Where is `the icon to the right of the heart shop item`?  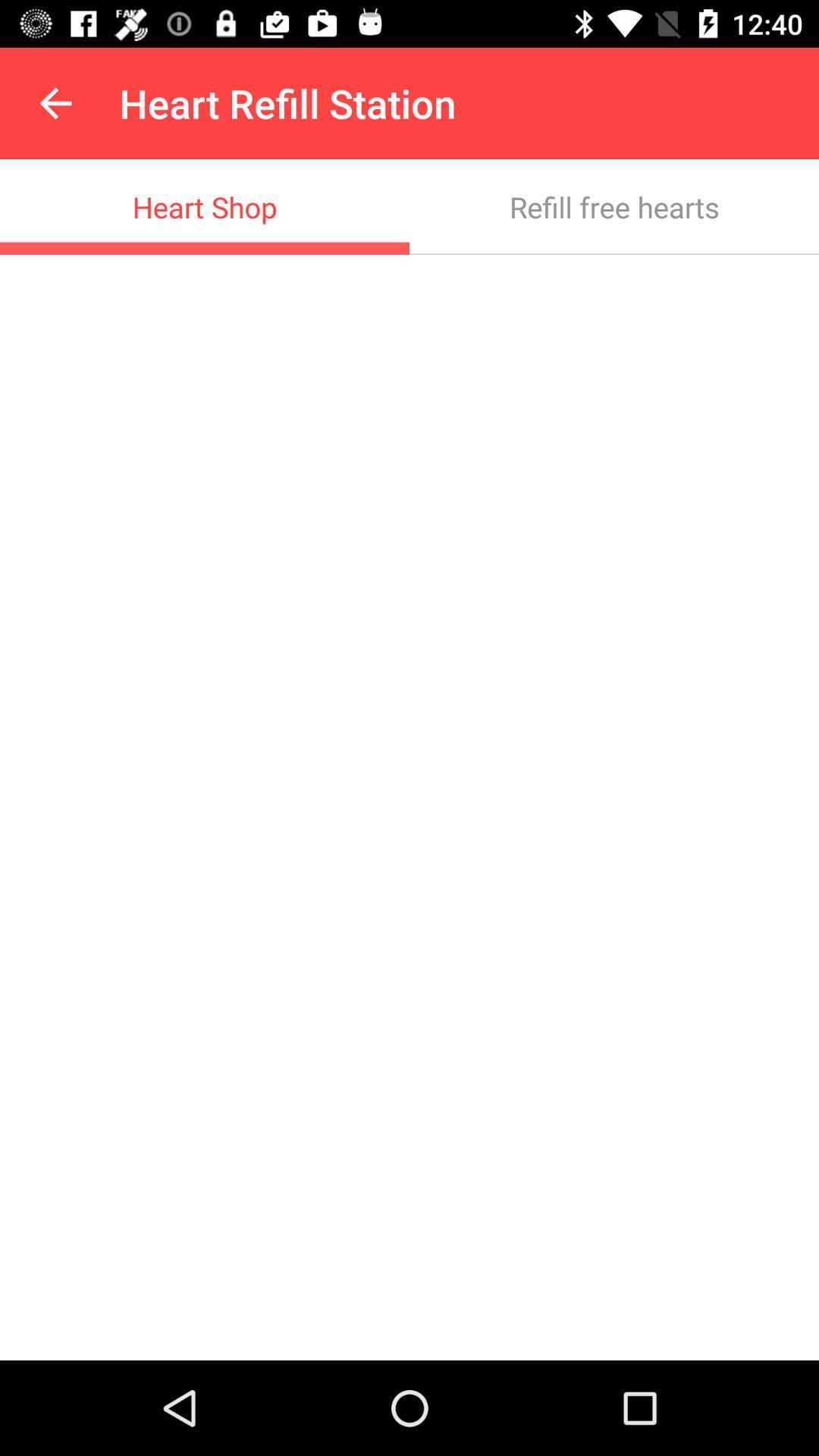 the icon to the right of the heart shop item is located at coordinates (614, 206).